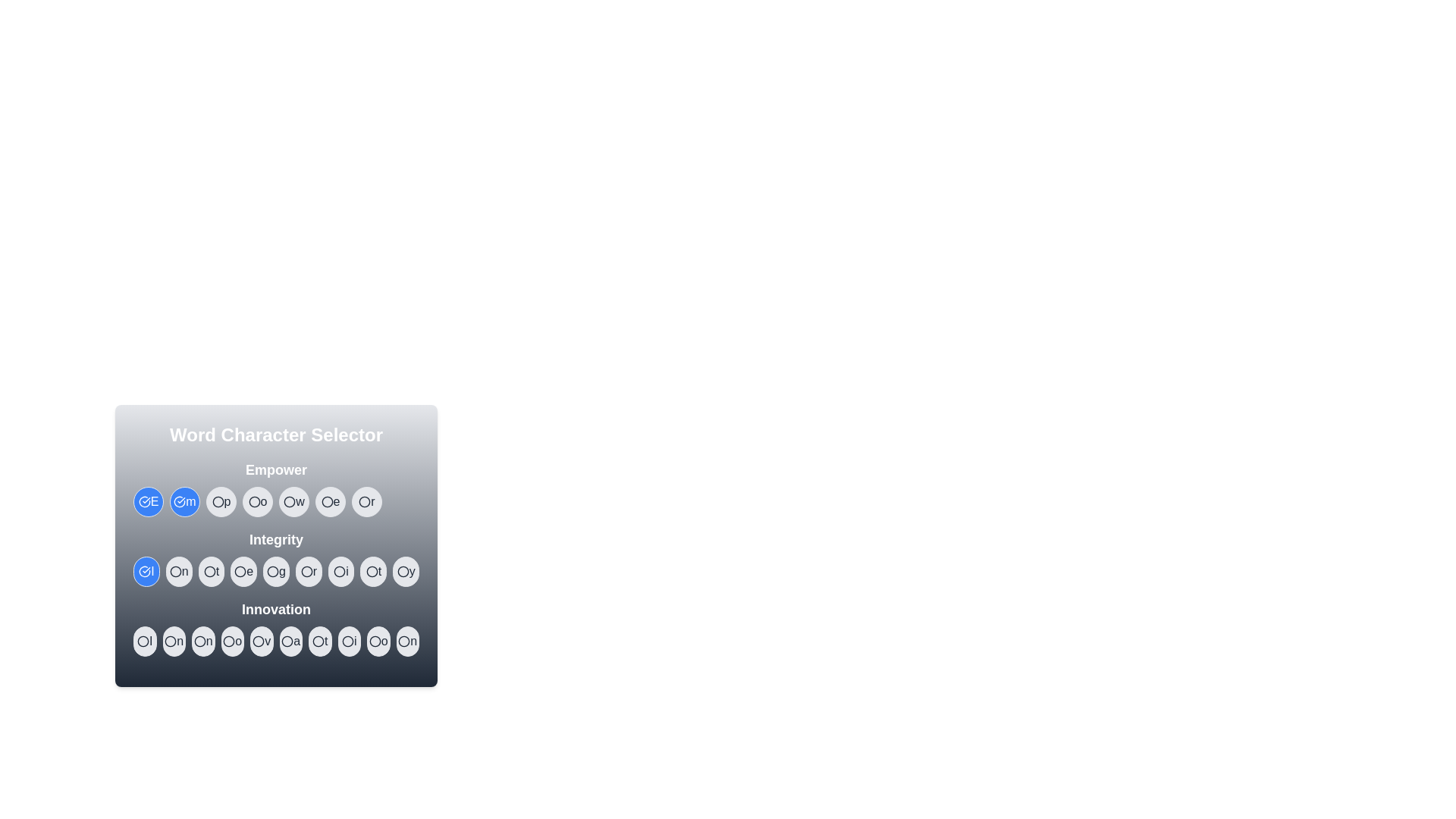 The image size is (1456, 819). Describe the element at coordinates (149, 502) in the screenshot. I see `the character E in the word Empower` at that location.